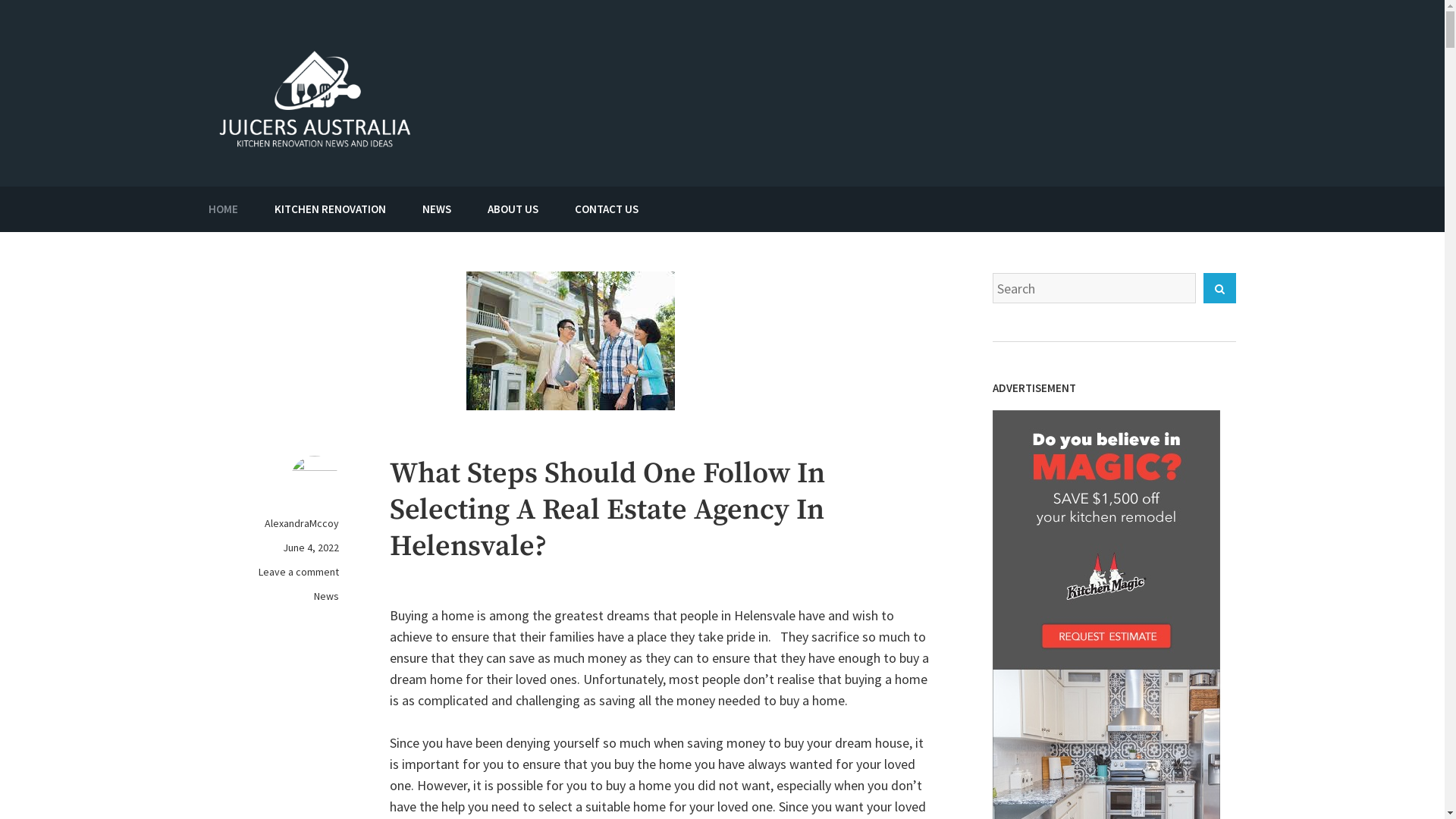 The width and height of the screenshot is (1456, 819). Describe the element at coordinates (302, 522) in the screenshot. I see `'AlexandraMccoy'` at that location.